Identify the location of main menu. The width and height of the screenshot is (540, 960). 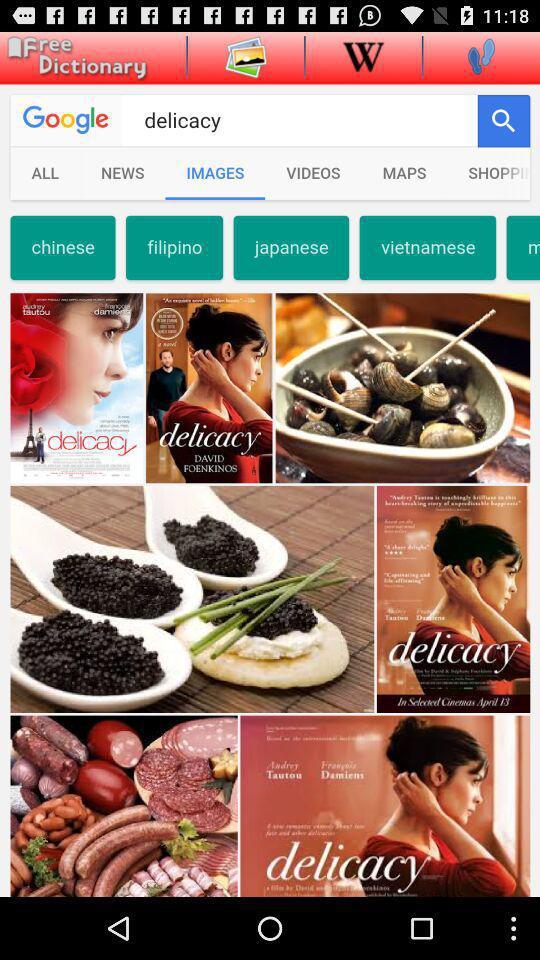
(73, 57).